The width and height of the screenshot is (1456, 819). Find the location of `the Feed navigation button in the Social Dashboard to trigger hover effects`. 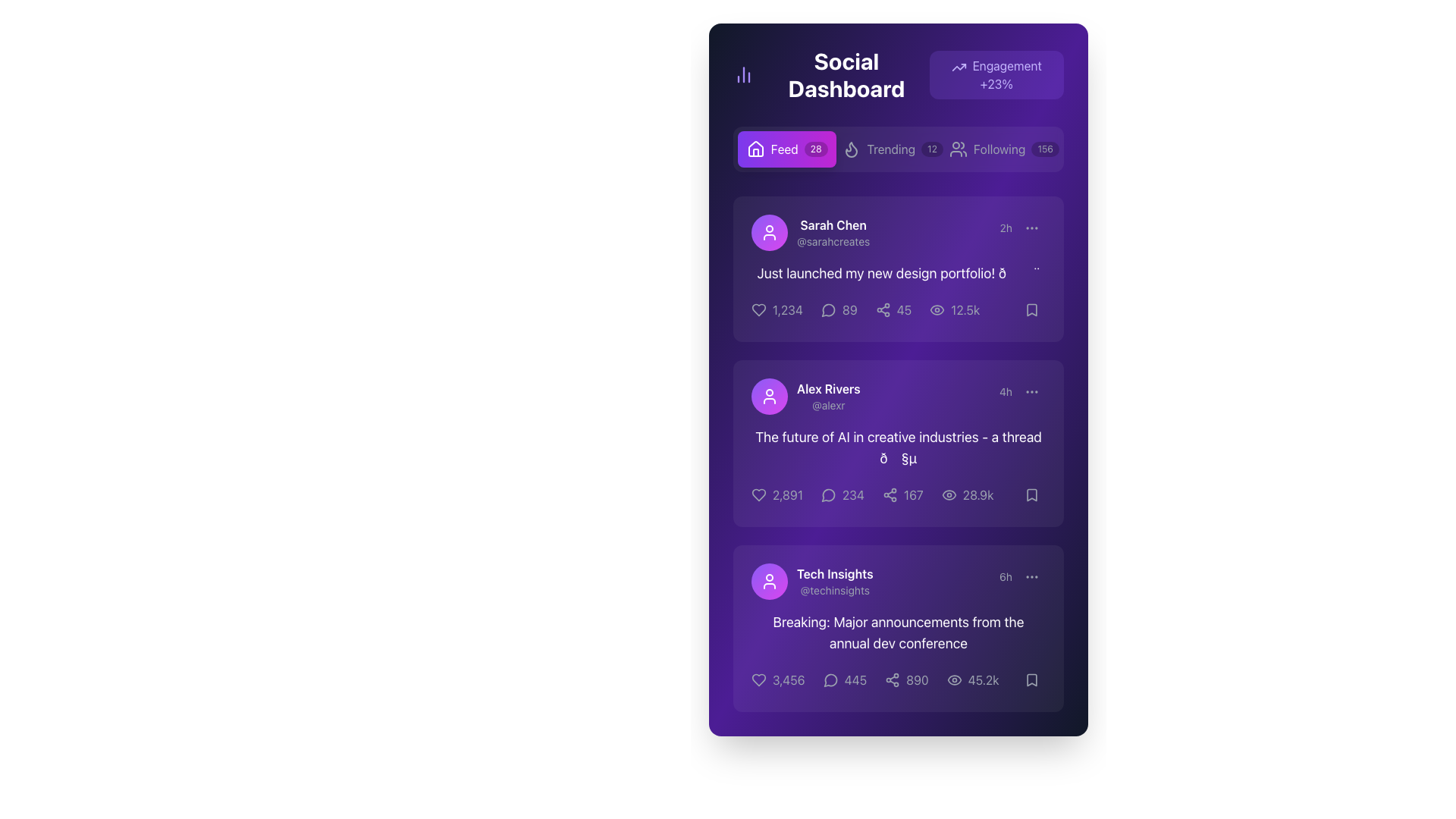

the Feed navigation button in the Social Dashboard to trigger hover effects is located at coordinates (787, 149).